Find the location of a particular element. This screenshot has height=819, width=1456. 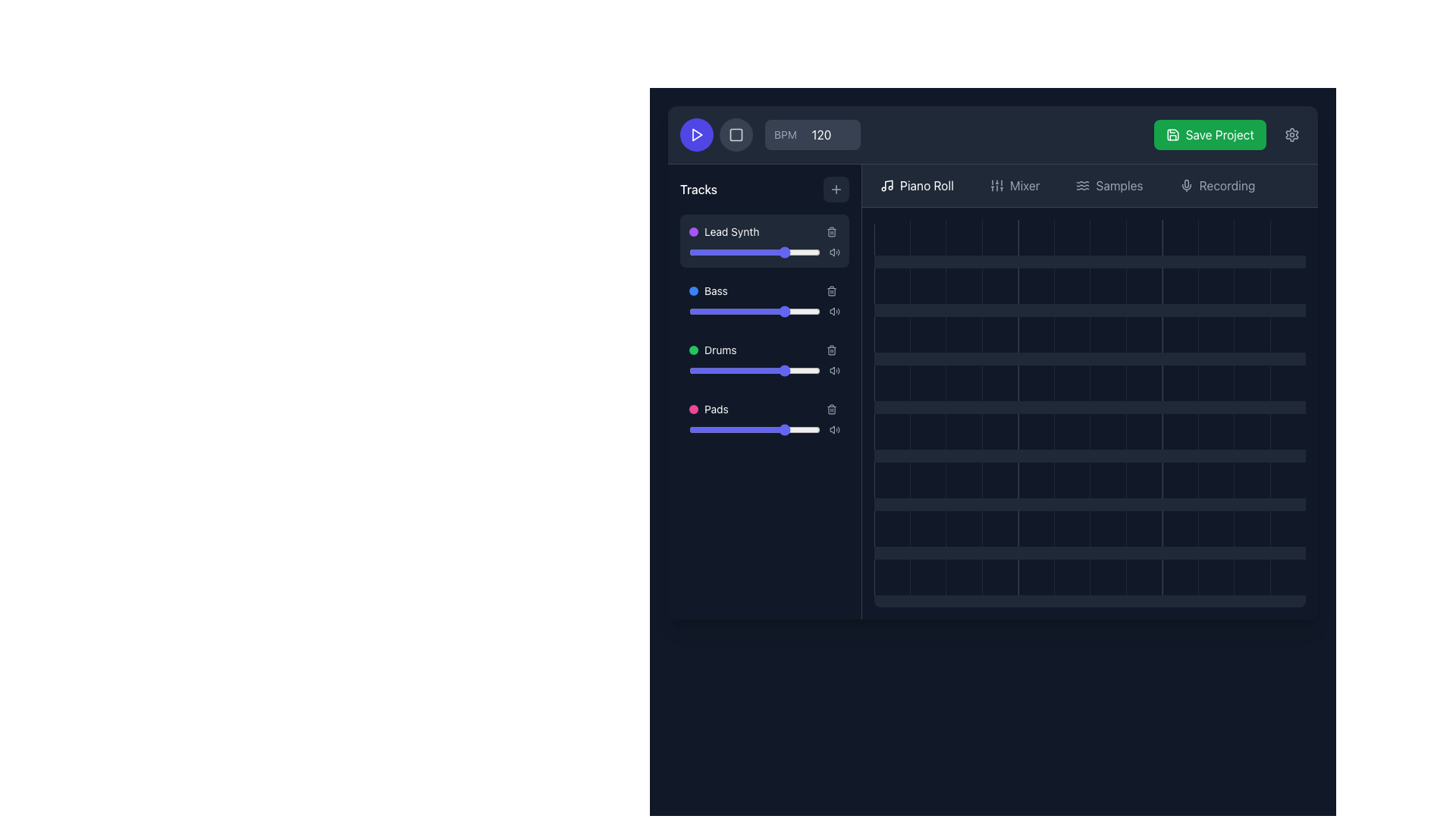

the play button, which is a triangular play icon with rounded corners located in a circular violet gradient button at the top-left corner of the application interface is located at coordinates (695, 133).